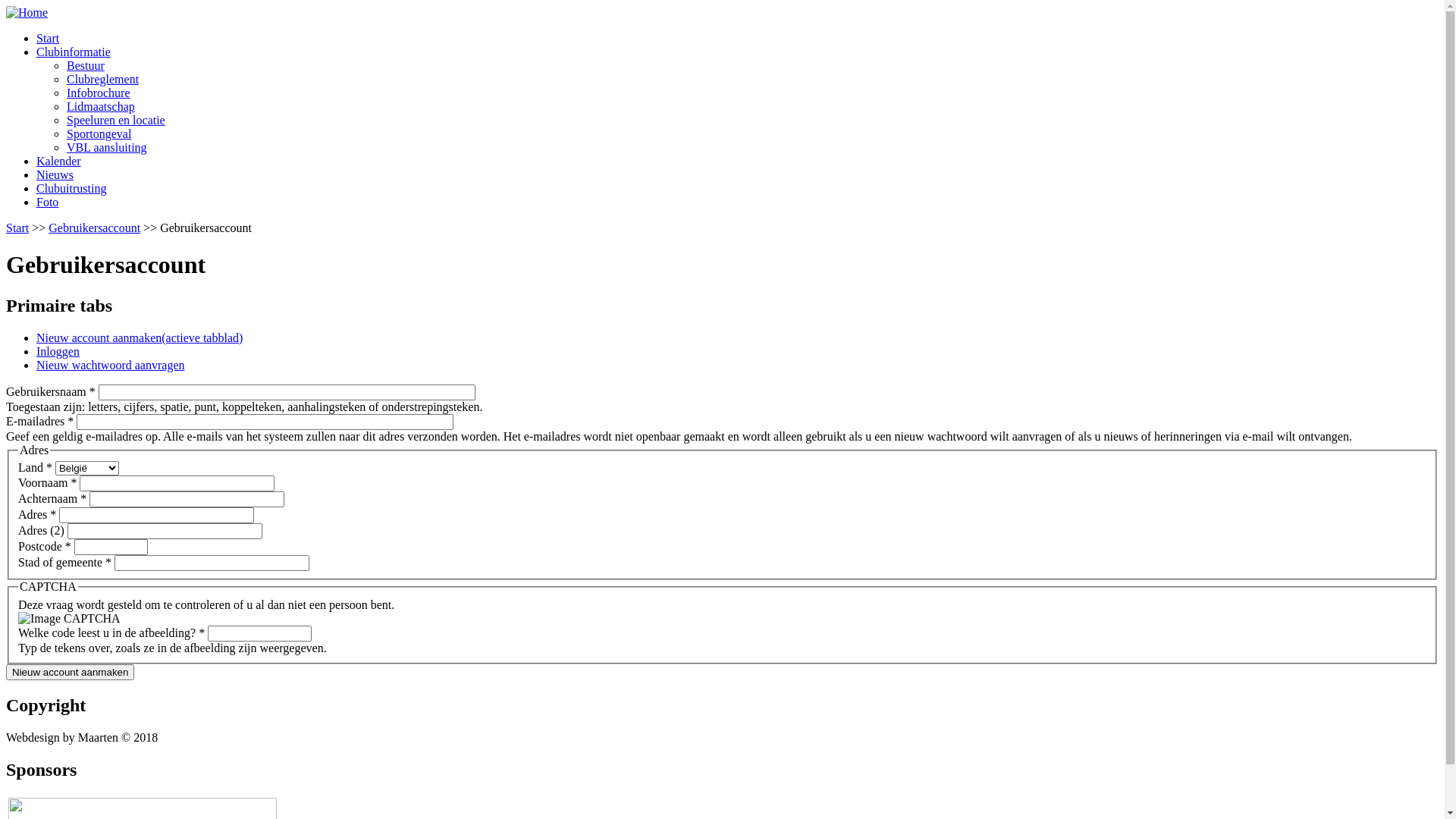 Image resolution: width=1456 pixels, height=819 pixels. Describe the element at coordinates (100, 105) in the screenshot. I see `'Lidmaatschap'` at that location.